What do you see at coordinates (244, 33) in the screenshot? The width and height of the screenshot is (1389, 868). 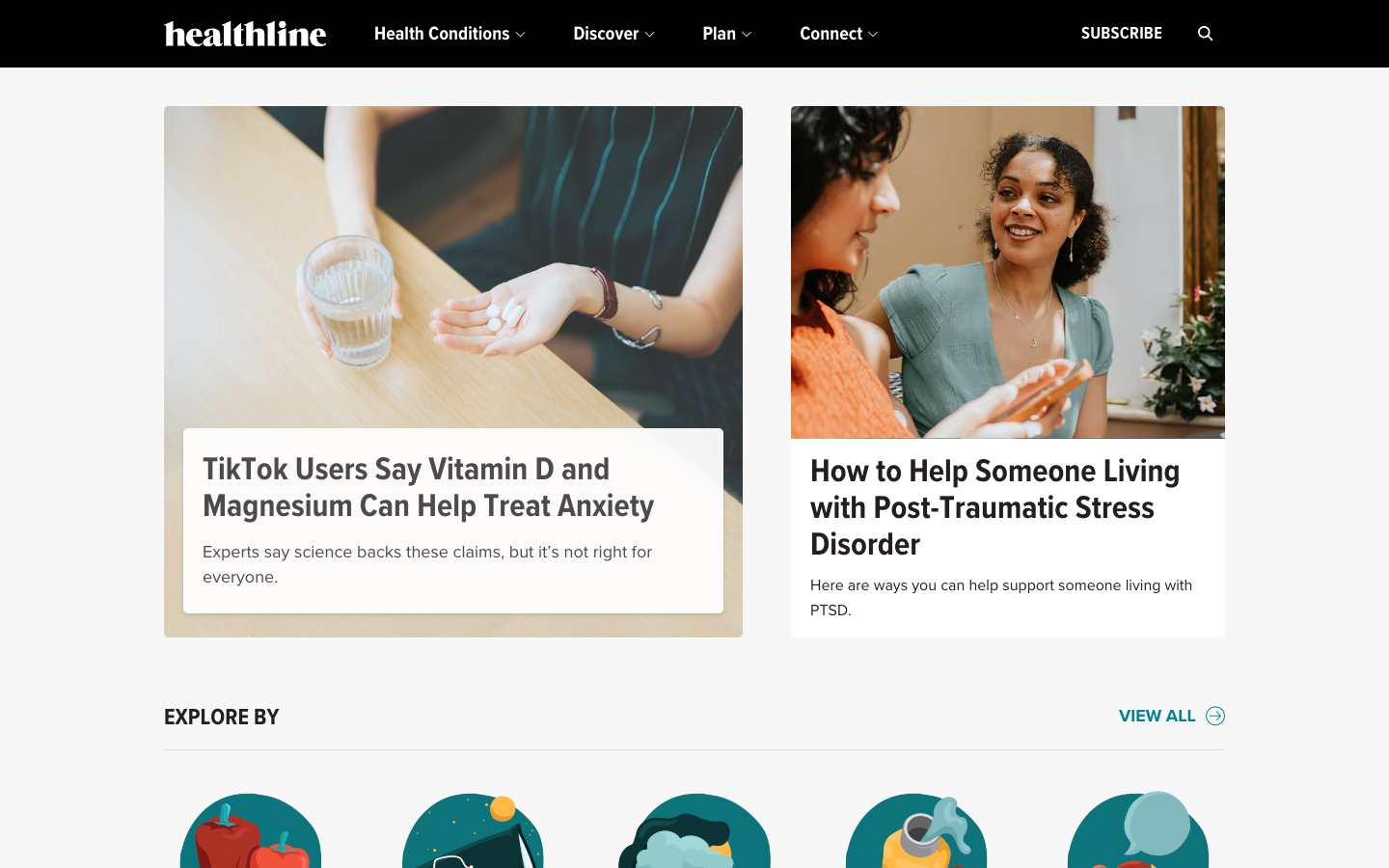 I see `Use the top left company logo to return to the main page` at bounding box center [244, 33].